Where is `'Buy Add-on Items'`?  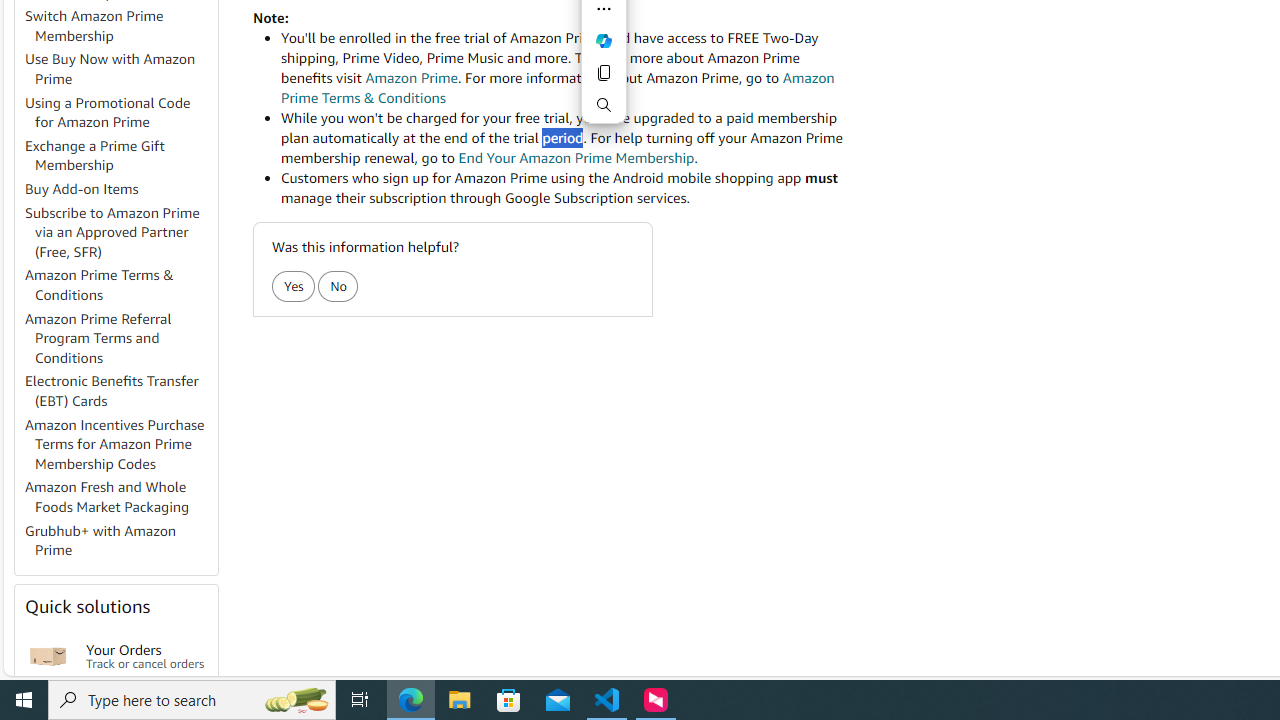
'Buy Add-on Items' is located at coordinates (119, 190).